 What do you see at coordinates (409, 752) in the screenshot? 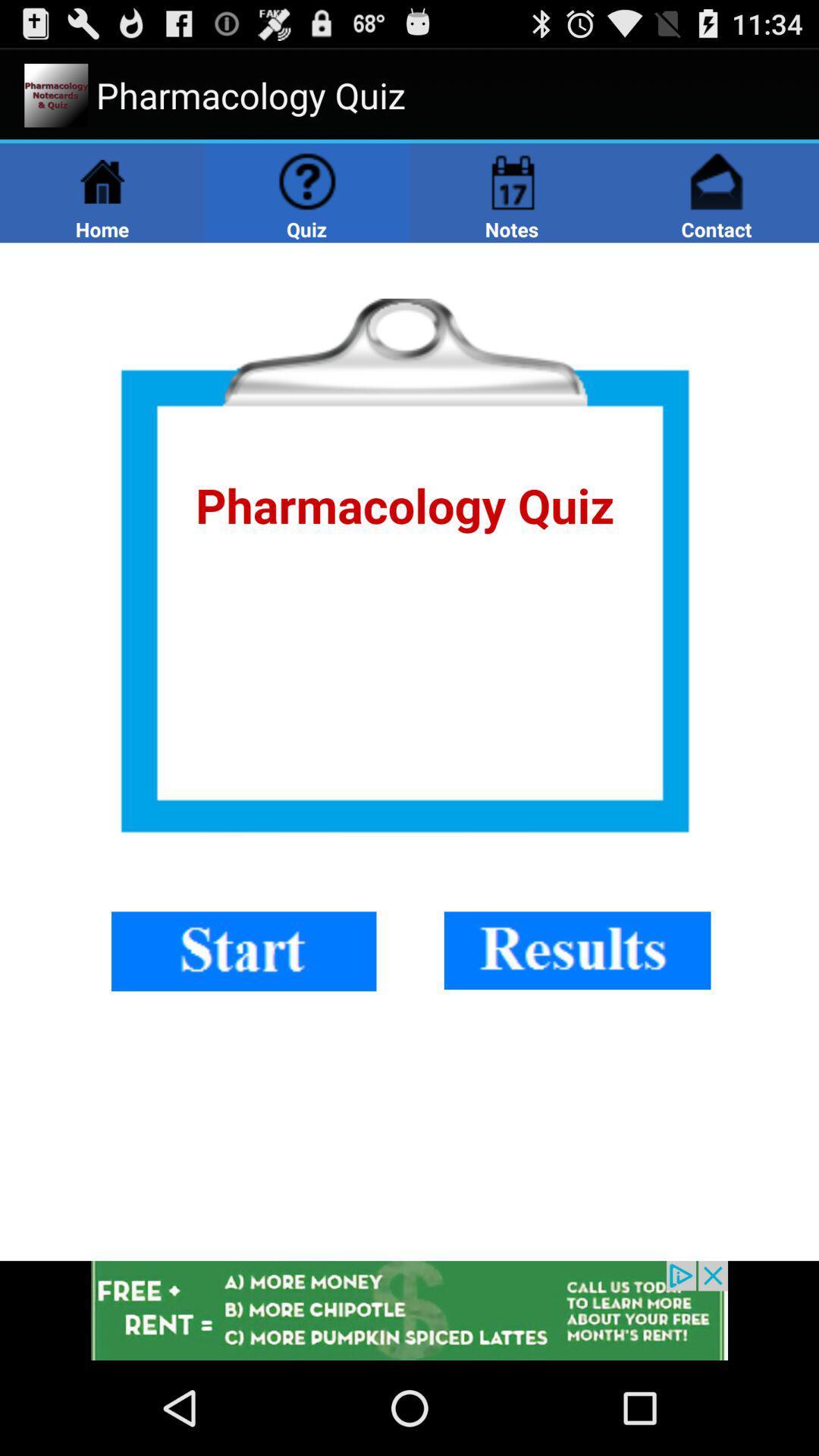
I see `app page` at bounding box center [409, 752].